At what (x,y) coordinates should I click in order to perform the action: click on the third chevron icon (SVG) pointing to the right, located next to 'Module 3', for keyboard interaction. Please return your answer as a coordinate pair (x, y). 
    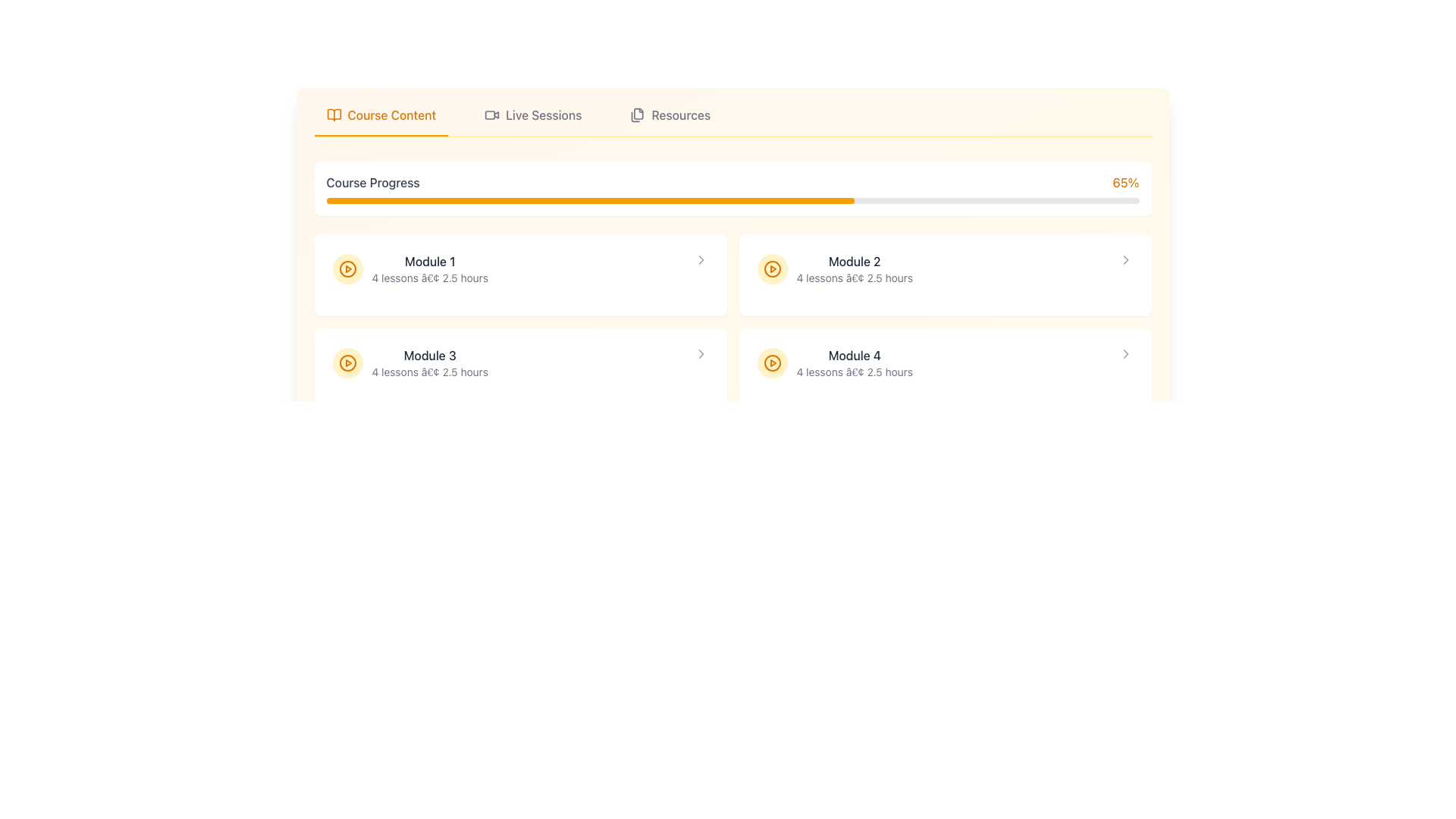
    Looking at the image, I should click on (700, 353).